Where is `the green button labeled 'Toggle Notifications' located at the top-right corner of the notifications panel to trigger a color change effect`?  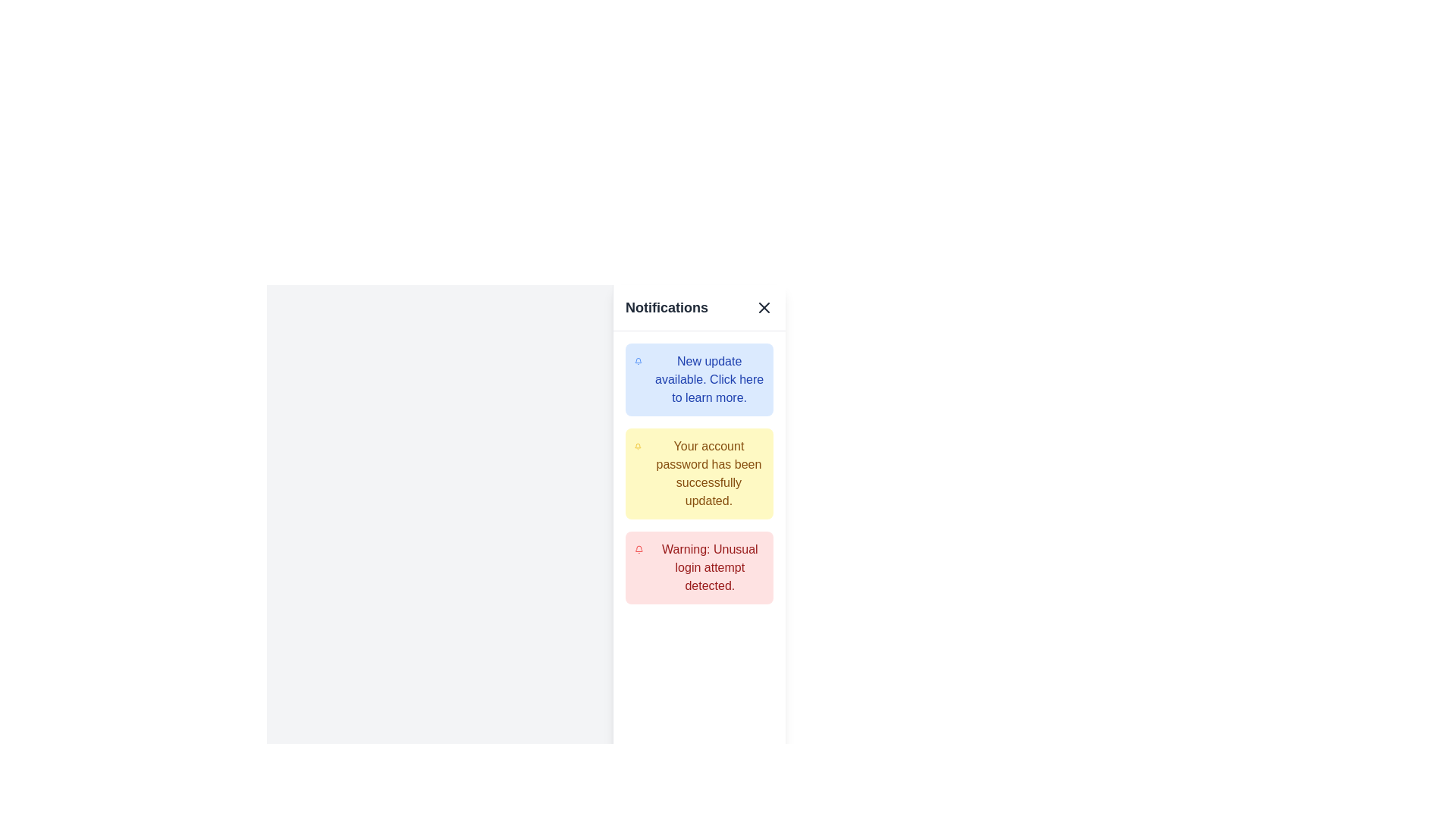 the green button labeled 'Toggle Notifications' located at the top-right corner of the notifications panel to trigger a color change effect is located at coordinates (689, 327).